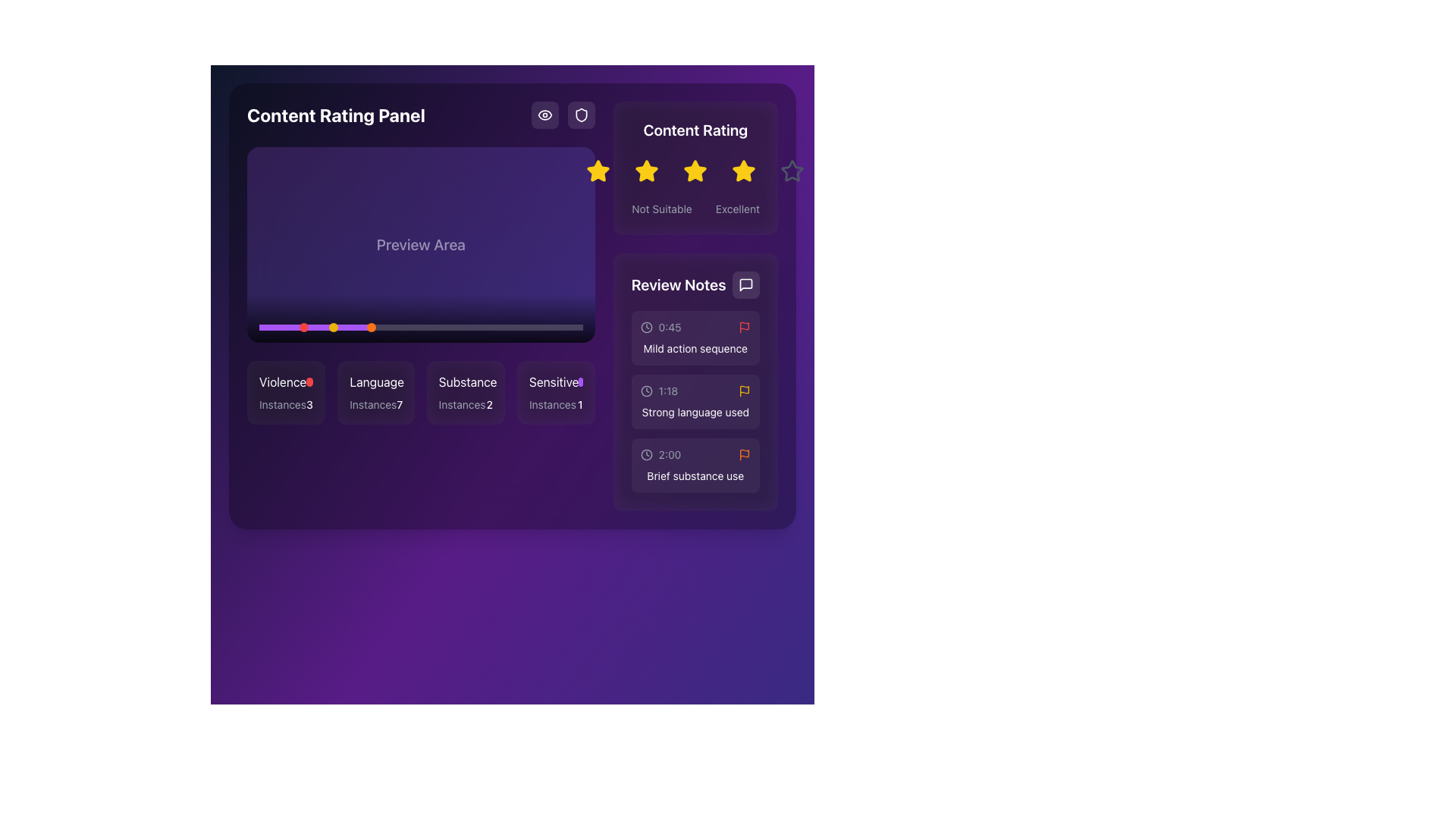  What do you see at coordinates (744, 171) in the screenshot?
I see `the fourth star rating button in the content rating panel` at bounding box center [744, 171].